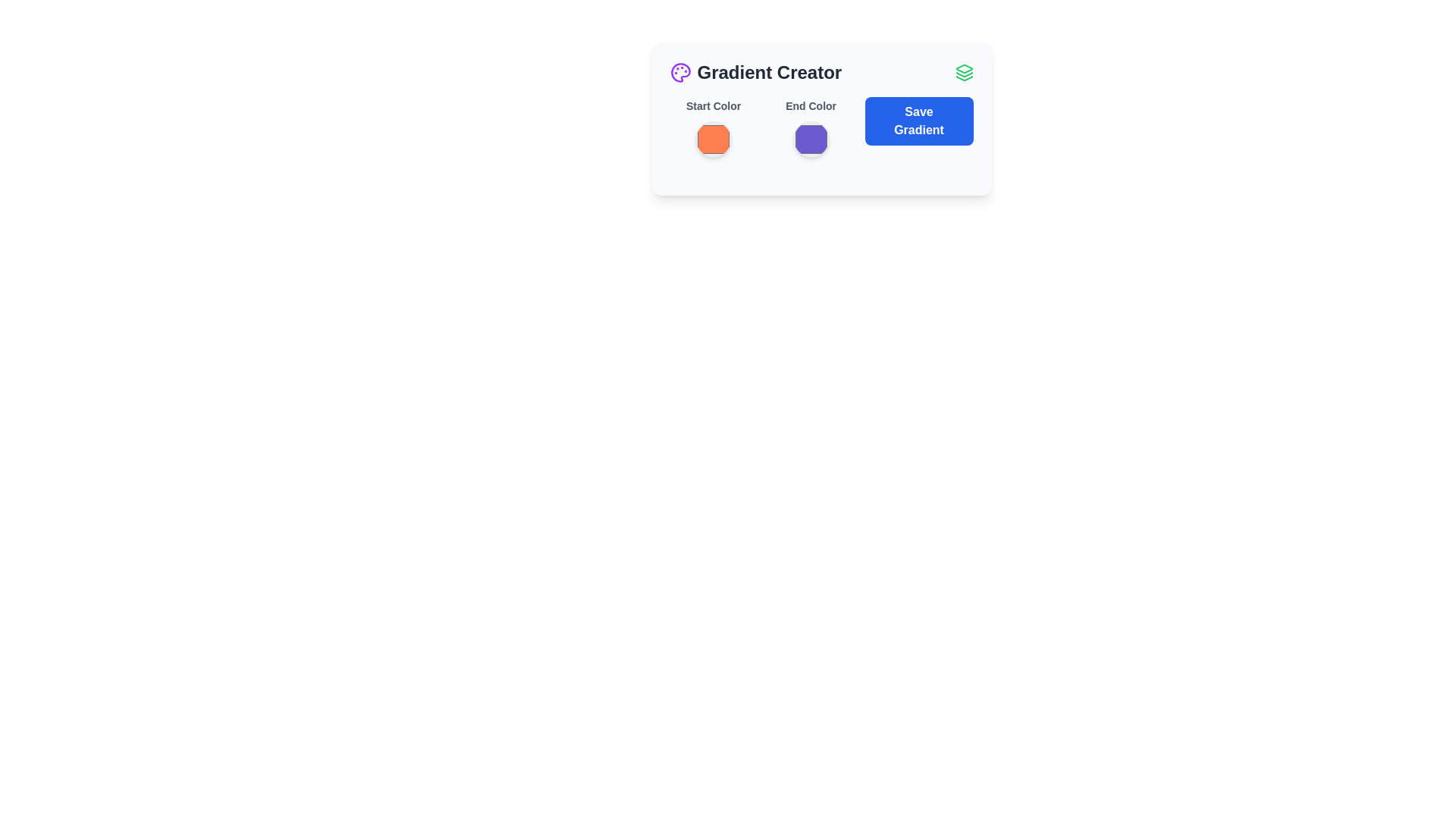  Describe the element at coordinates (918, 120) in the screenshot. I see `the button that triggers the action of saving a gradient configuration` at that location.